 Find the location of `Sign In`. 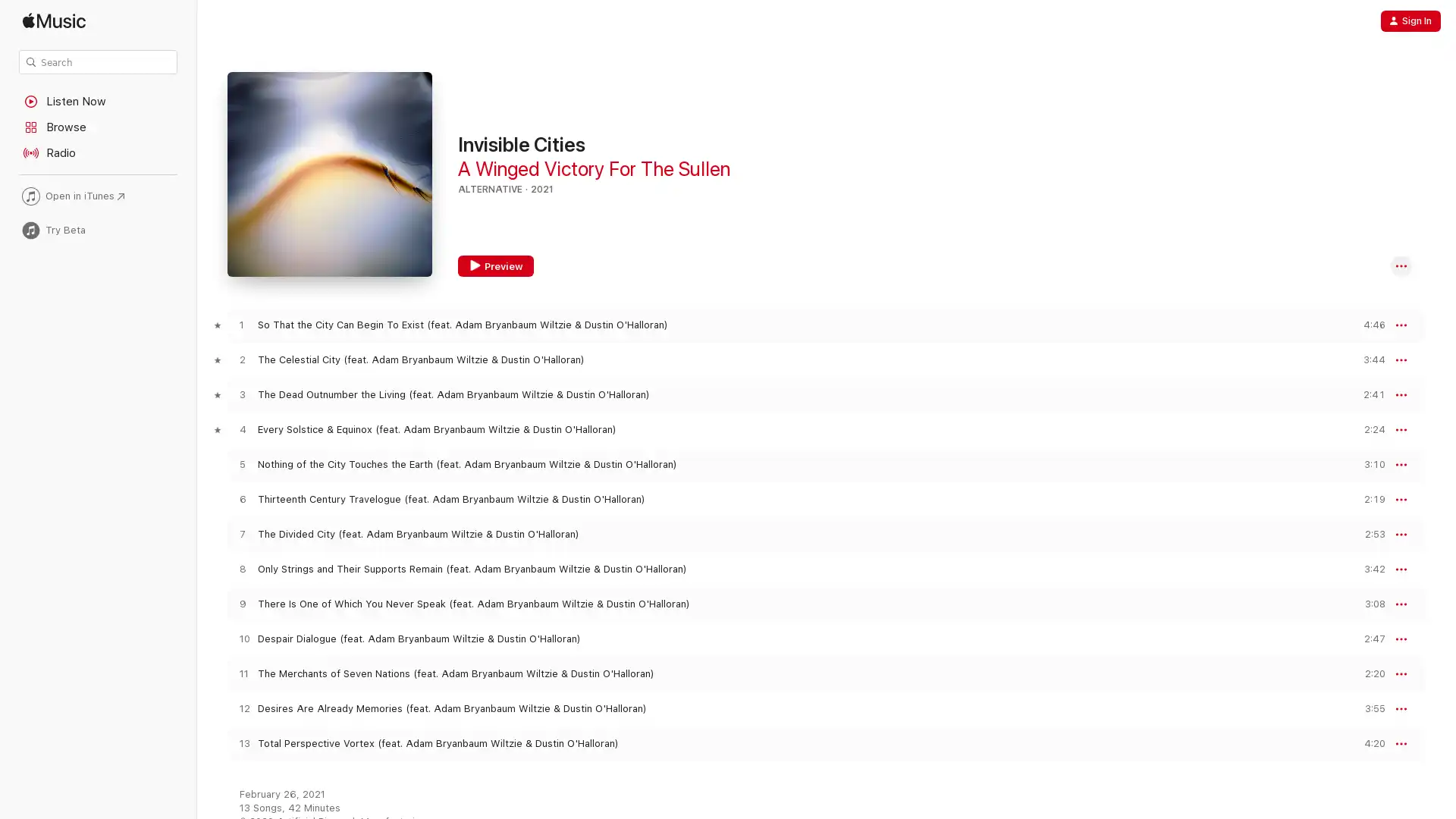

Sign In is located at coordinates (1410, 20).